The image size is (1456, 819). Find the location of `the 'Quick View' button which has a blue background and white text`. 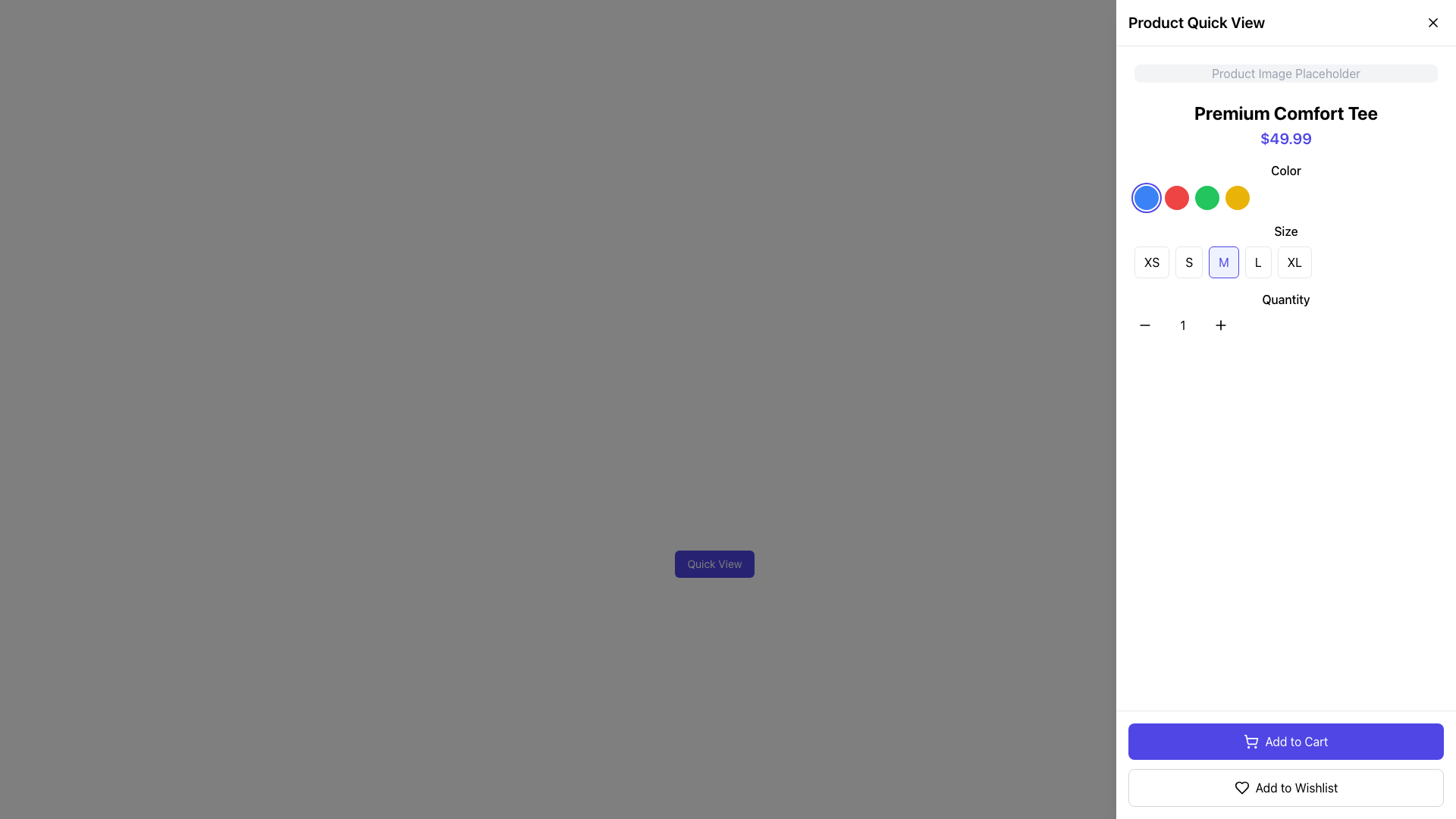

the 'Quick View' button which has a blue background and white text is located at coordinates (714, 564).